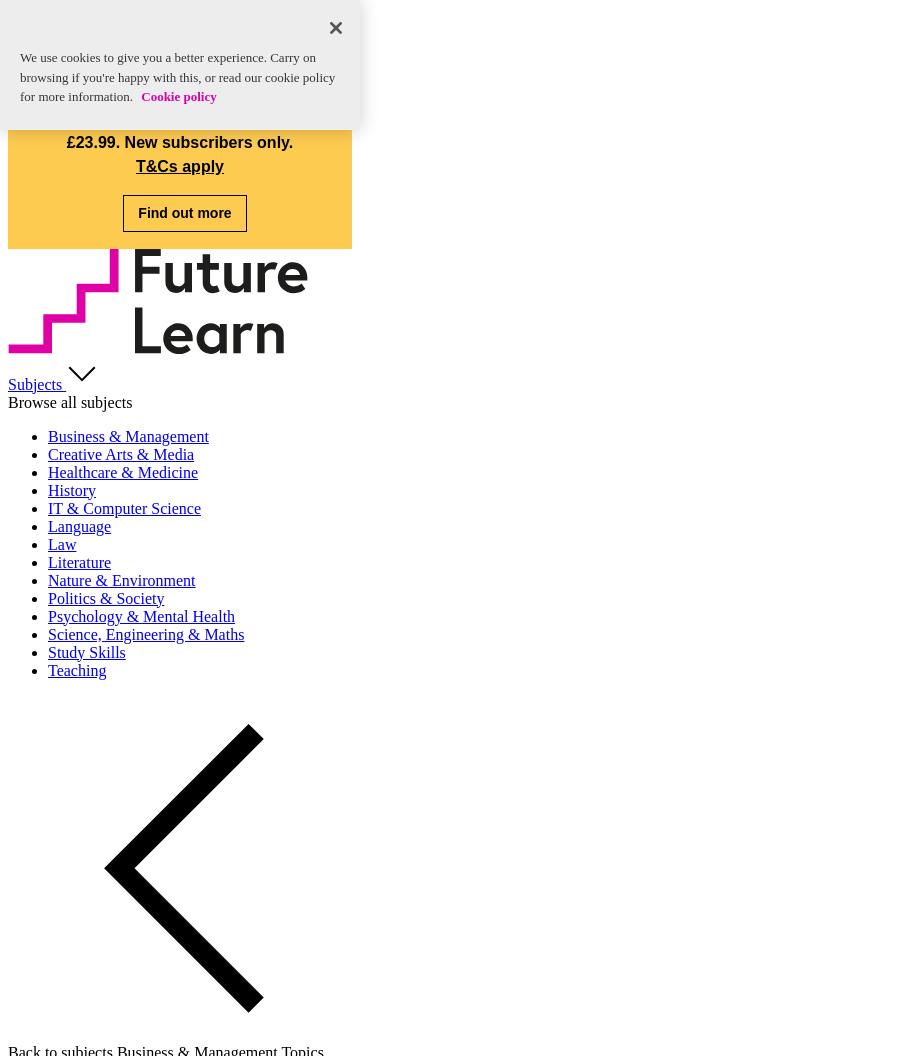  Describe the element at coordinates (146, 632) in the screenshot. I see `'Science, Engineering & Maths'` at that location.